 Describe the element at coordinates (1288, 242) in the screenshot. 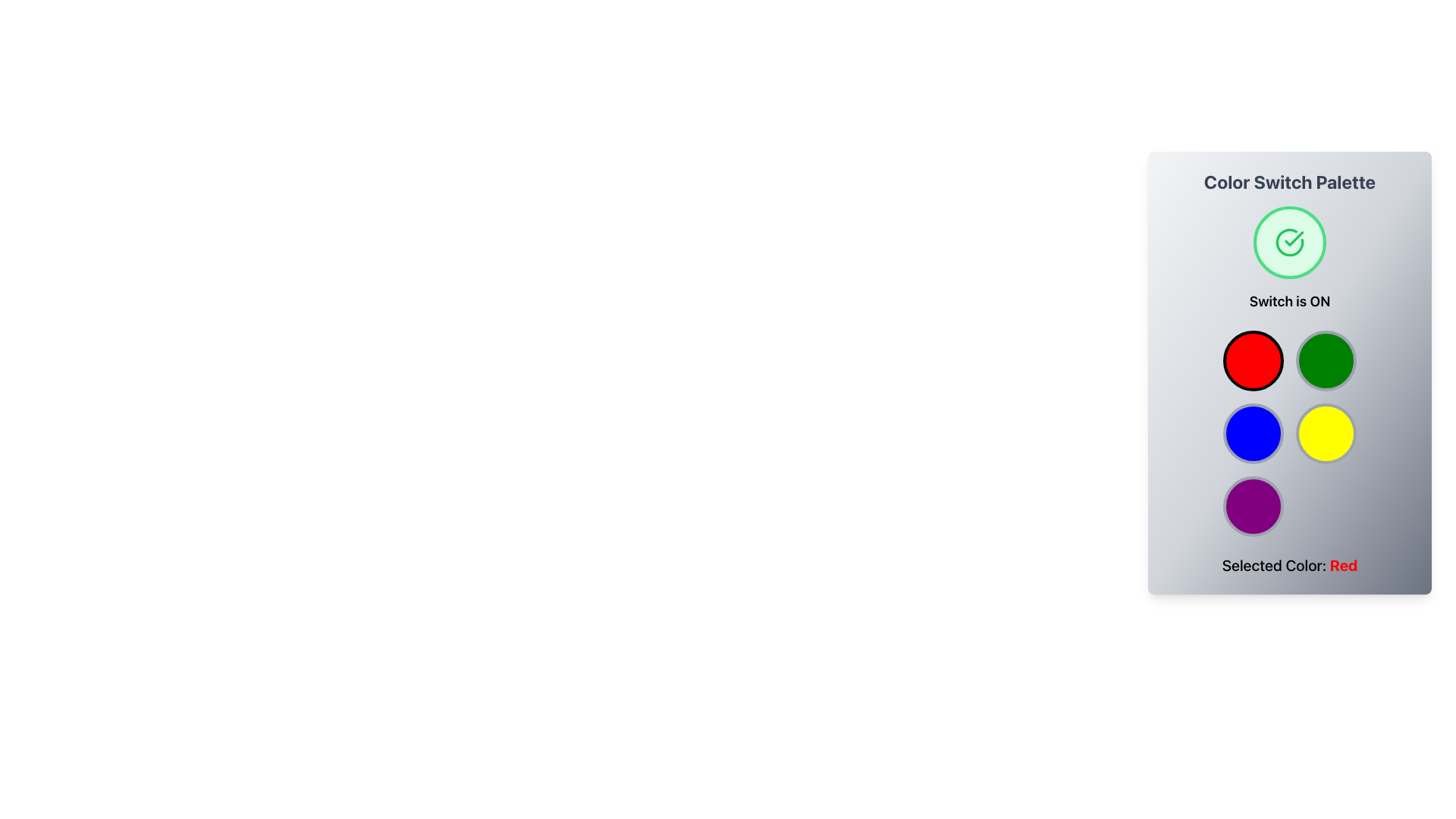

I see `the confirmation icon located centrally beneath the title 'Color Switch Palette' and above the text 'Switch is ON'` at that location.